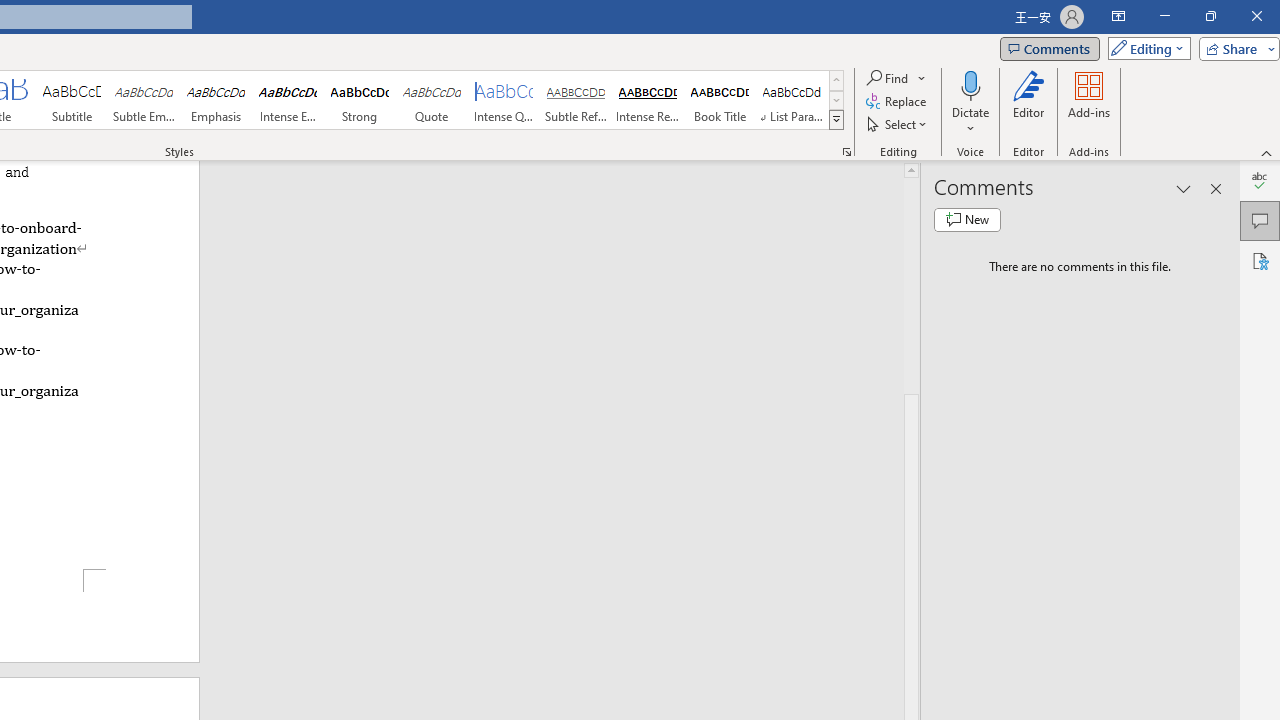  What do you see at coordinates (504, 100) in the screenshot?
I see `'Intense Quote'` at bounding box center [504, 100].